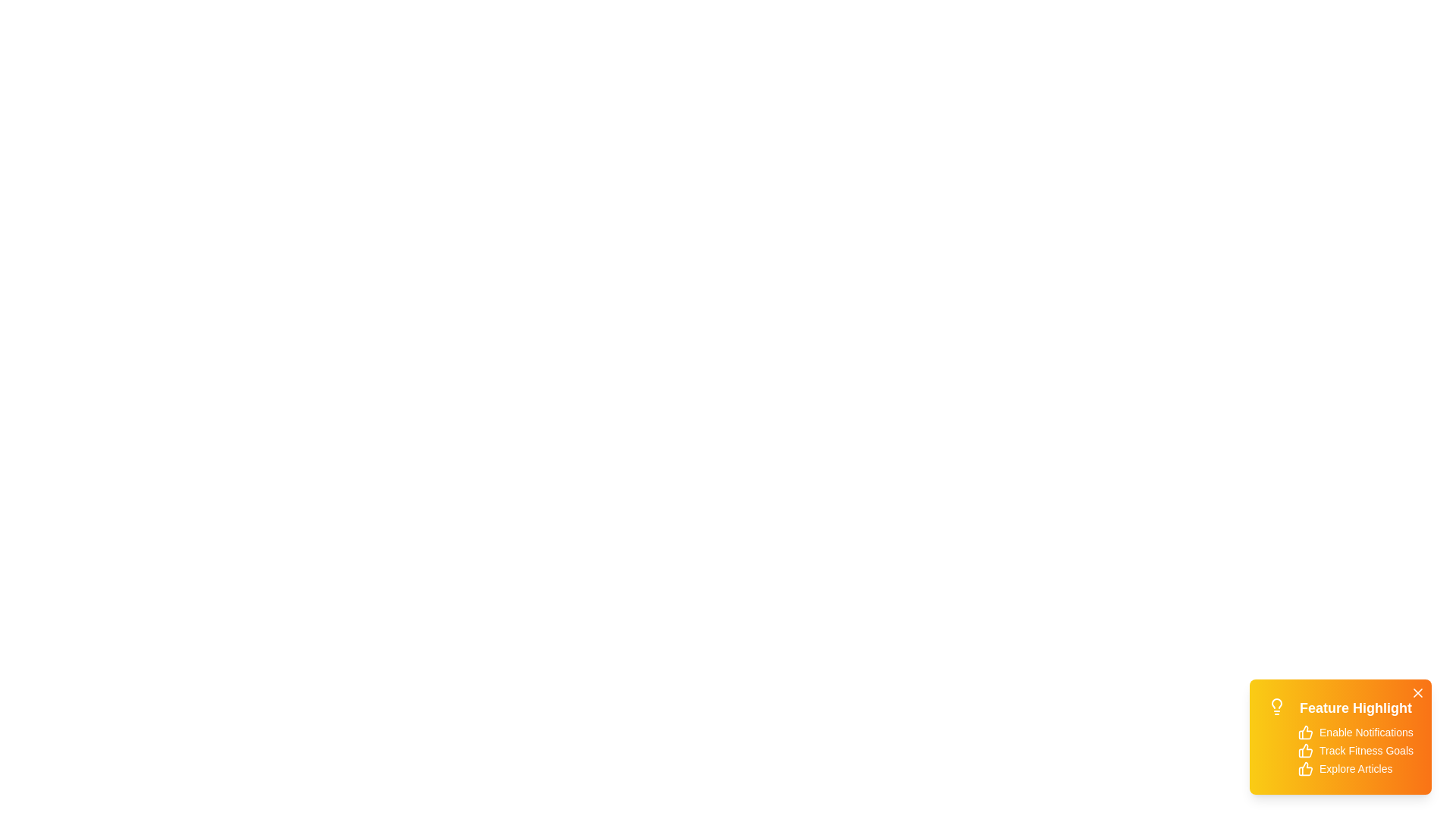 The height and width of the screenshot is (819, 1456). Describe the element at coordinates (1305, 731) in the screenshot. I see `the suggestion Enable Notifications to view its tooltip or effect` at that location.